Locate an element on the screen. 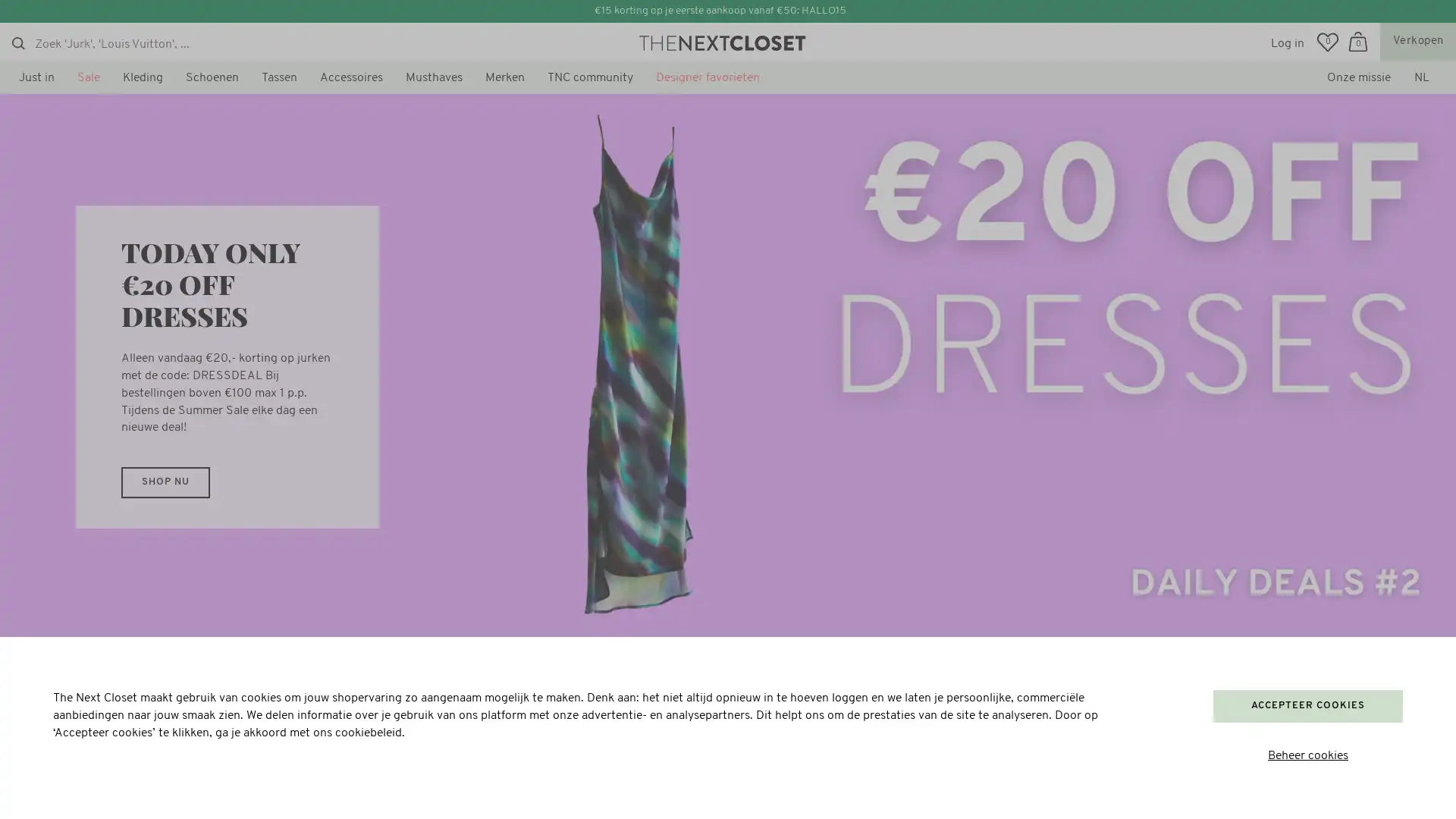  Chat is located at coordinates (50, 788).